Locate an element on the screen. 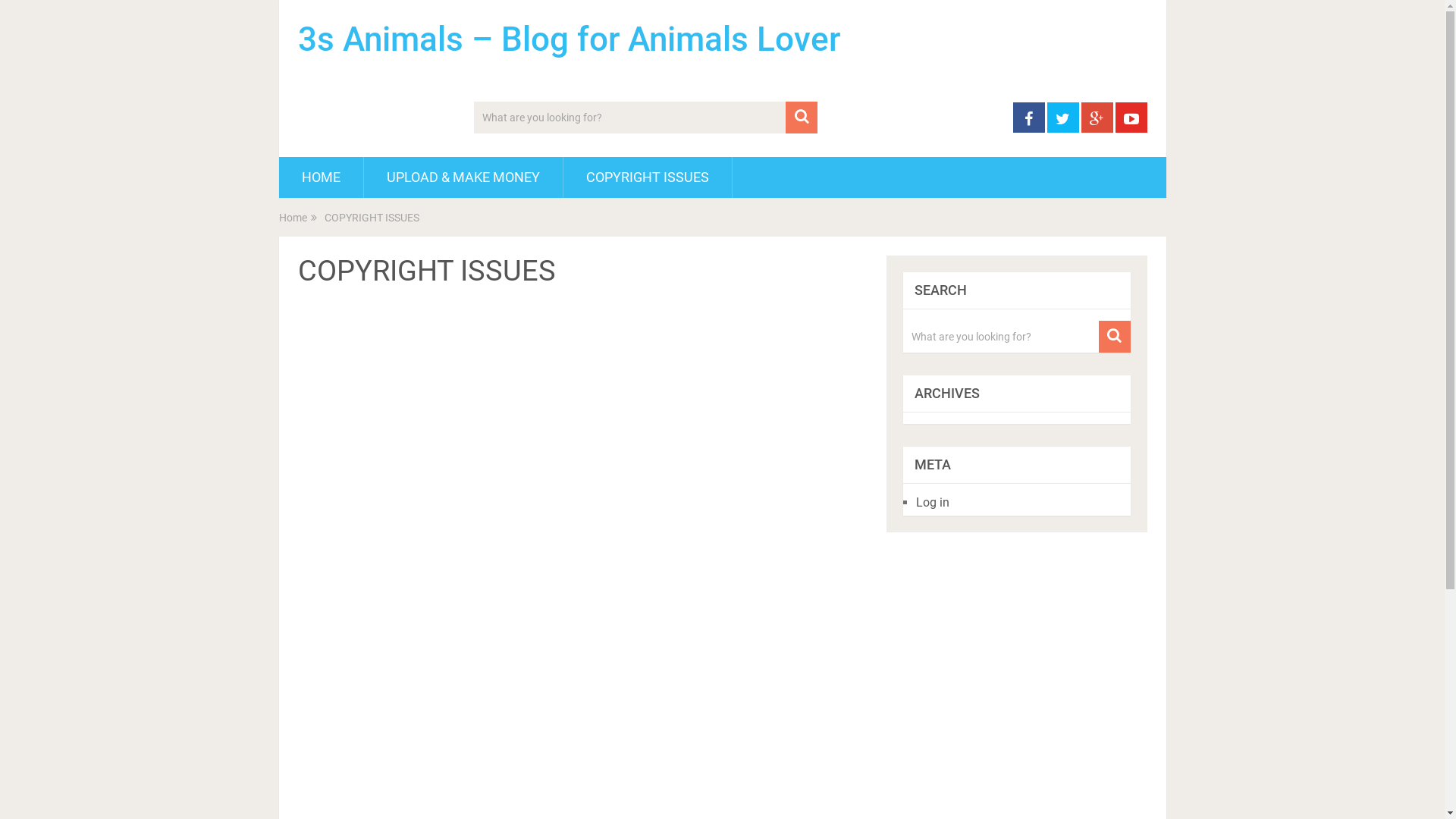  'COPYRIGHT ISSUES' is located at coordinates (647, 177).